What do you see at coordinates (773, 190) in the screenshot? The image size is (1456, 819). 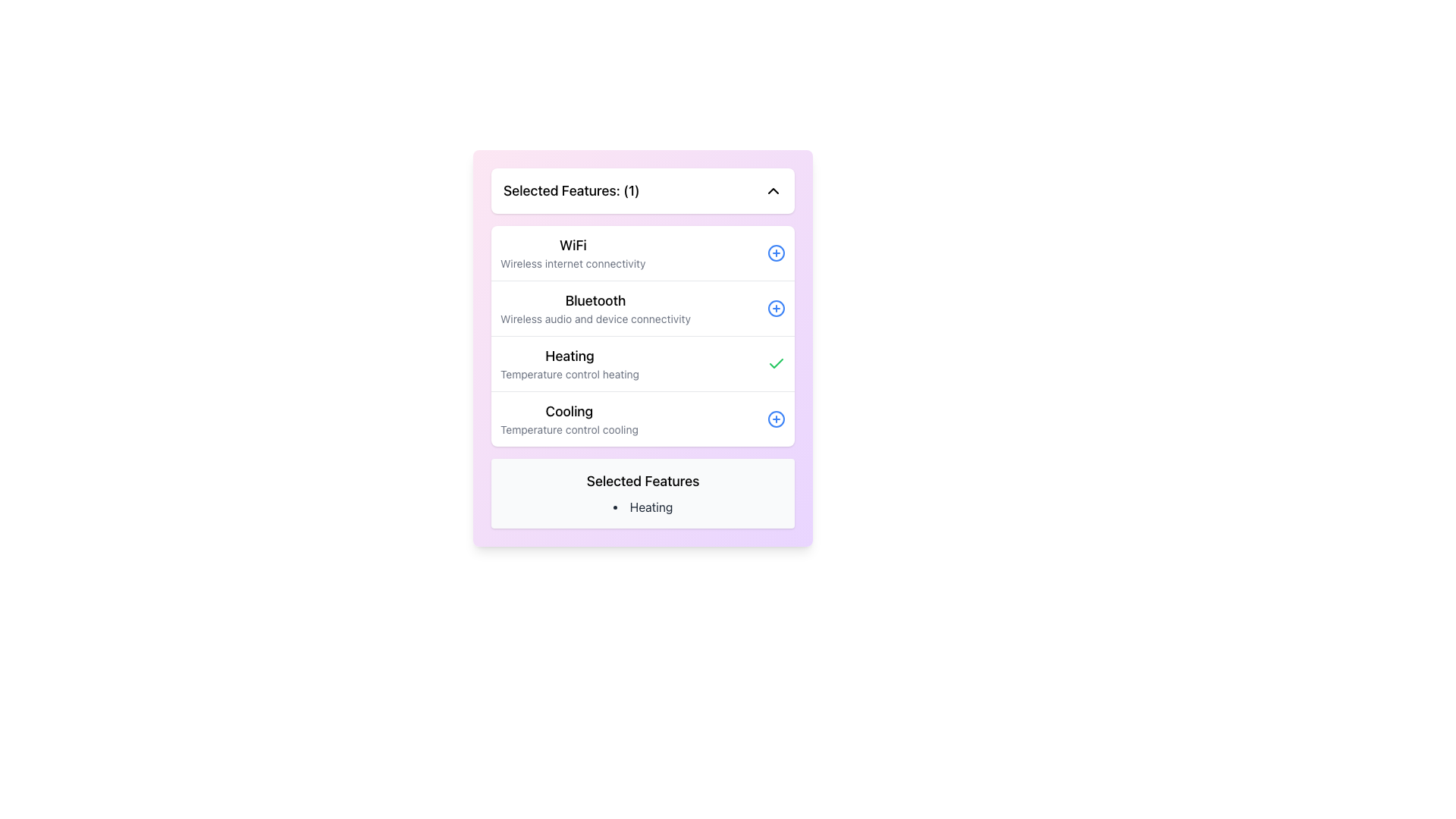 I see `the chevron icon located at the top-right corner of the 'Selected Features: (1)' section` at bounding box center [773, 190].